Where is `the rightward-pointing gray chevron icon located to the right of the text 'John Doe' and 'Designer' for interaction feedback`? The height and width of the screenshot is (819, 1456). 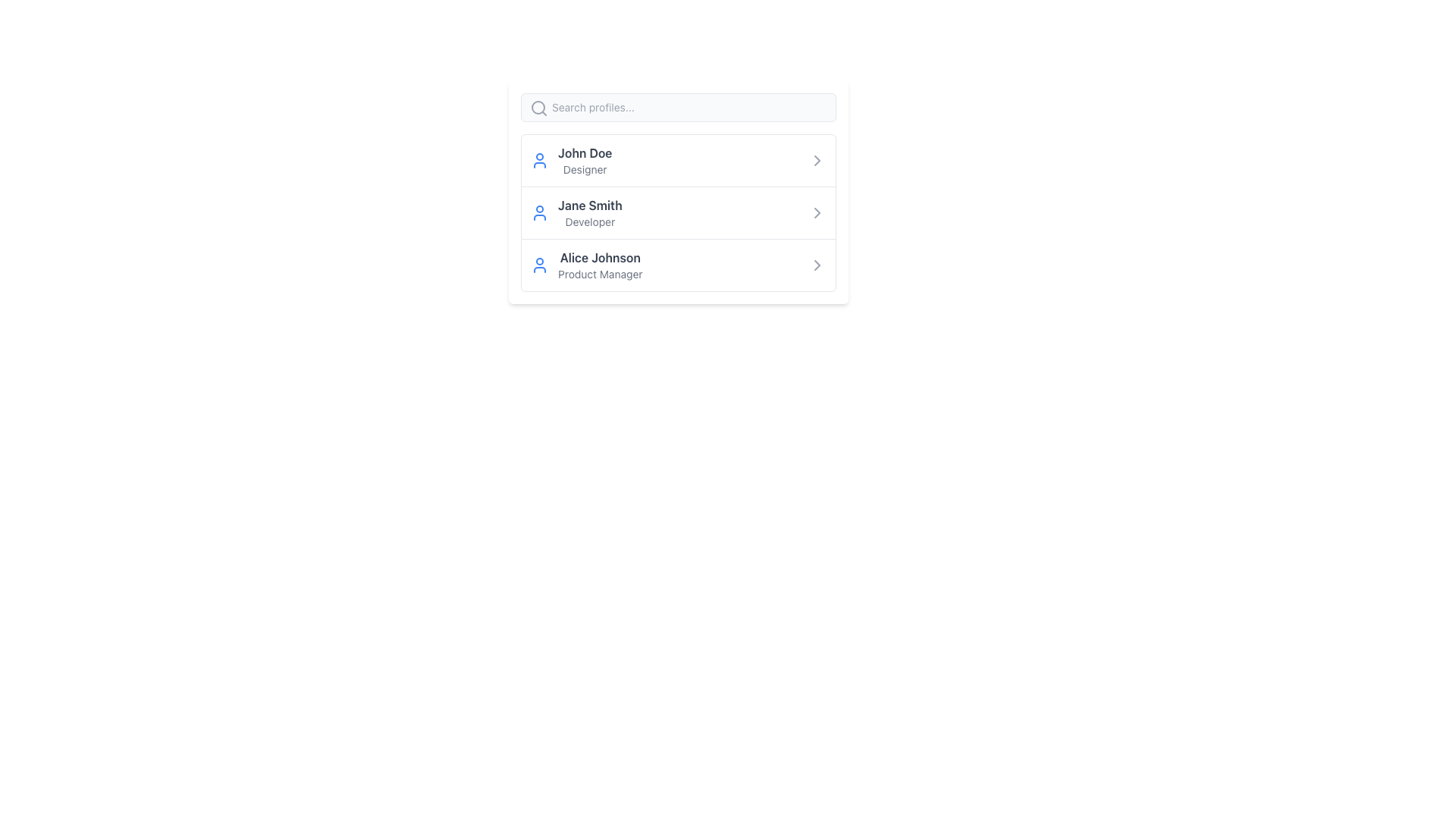 the rightward-pointing gray chevron icon located to the right of the text 'John Doe' and 'Designer' for interaction feedback is located at coordinates (817, 161).